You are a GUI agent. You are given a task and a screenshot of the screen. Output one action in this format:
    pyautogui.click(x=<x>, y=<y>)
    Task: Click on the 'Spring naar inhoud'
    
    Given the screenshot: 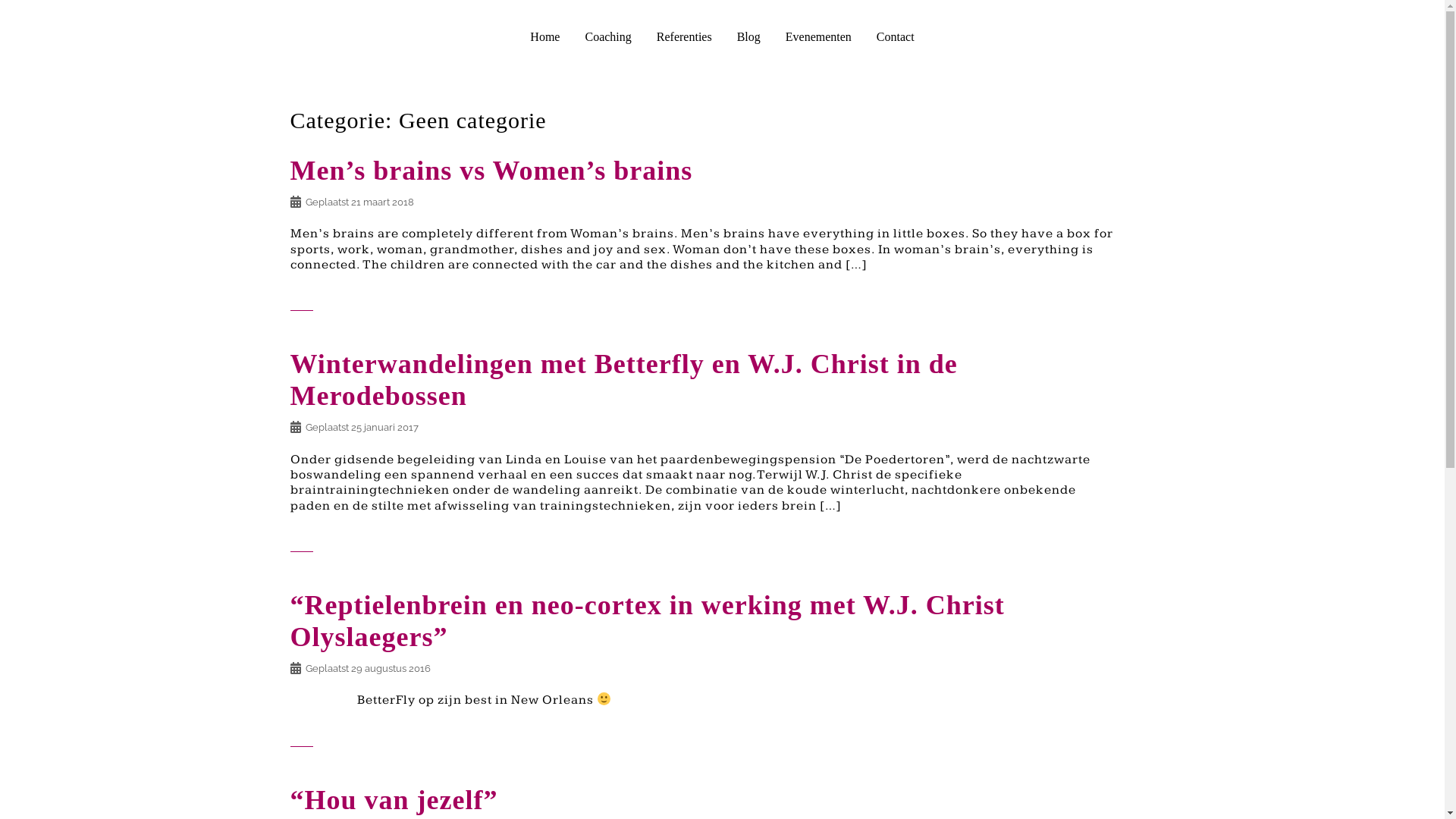 What is the action you would take?
    pyautogui.click(x=0, y=0)
    